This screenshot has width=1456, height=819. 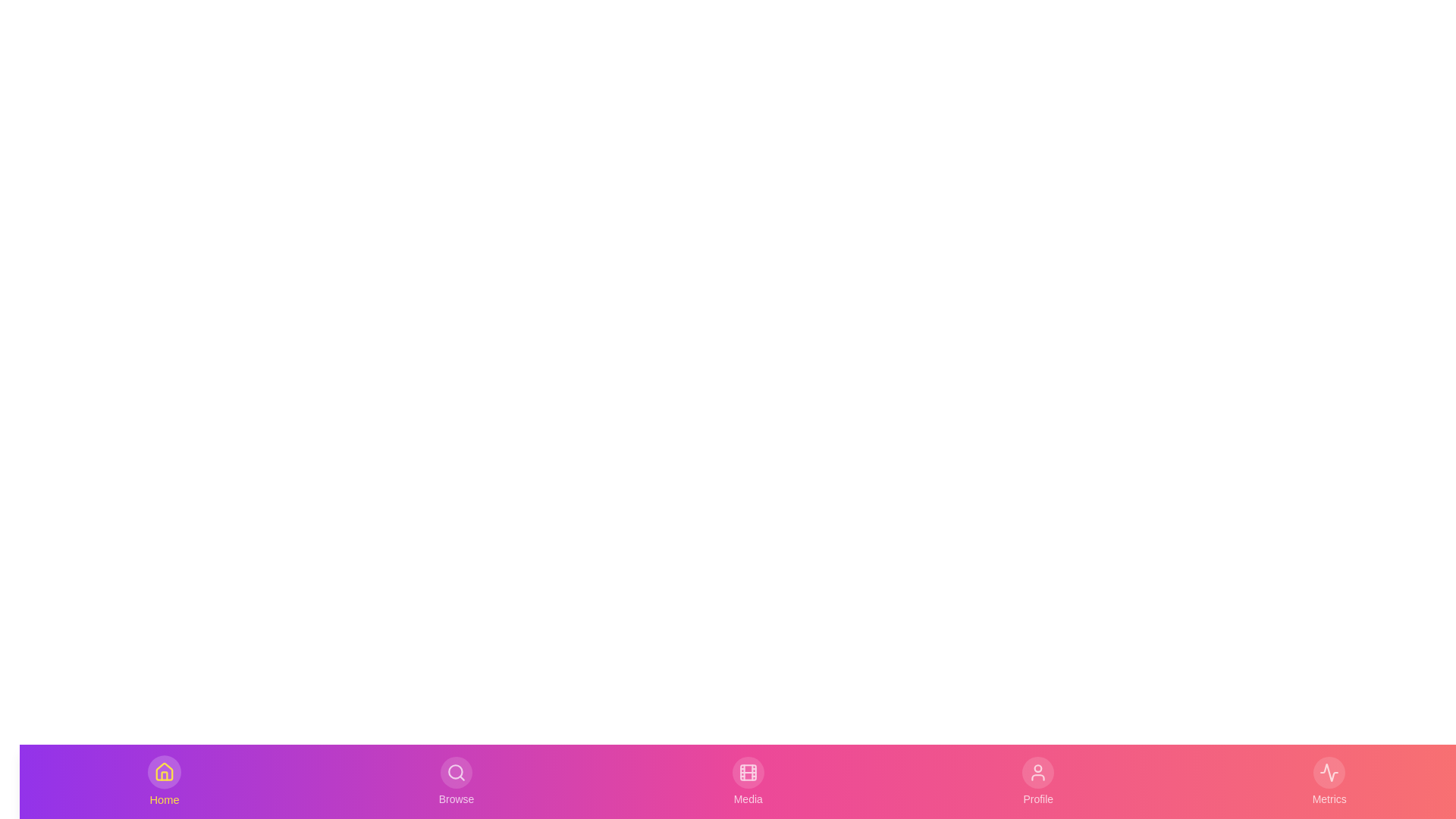 I want to click on the Profile tab to activate it, so click(x=1037, y=781).